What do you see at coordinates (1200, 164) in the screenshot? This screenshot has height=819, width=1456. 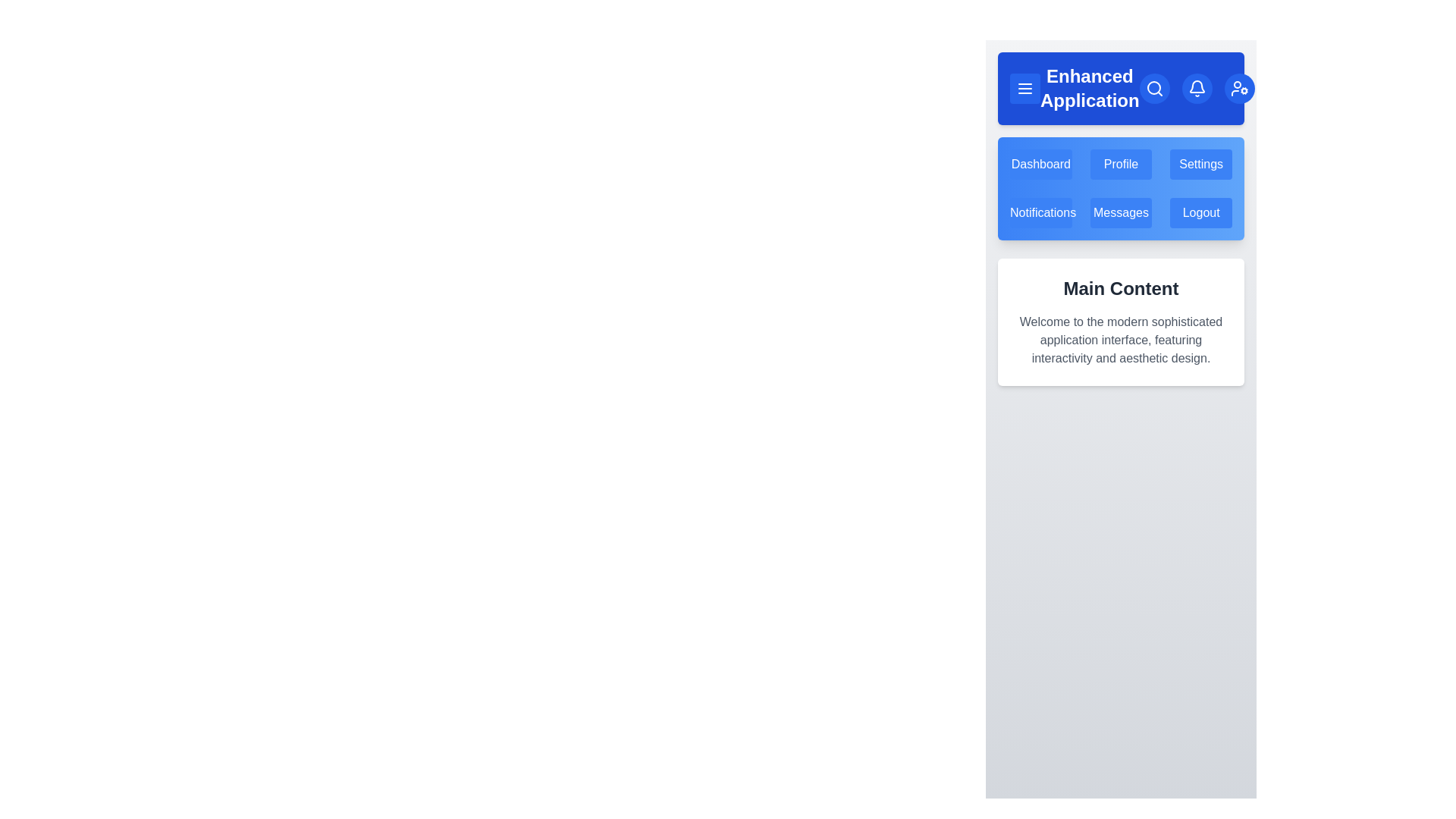 I see `the menu item Settings` at bounding box center [1200, 164].